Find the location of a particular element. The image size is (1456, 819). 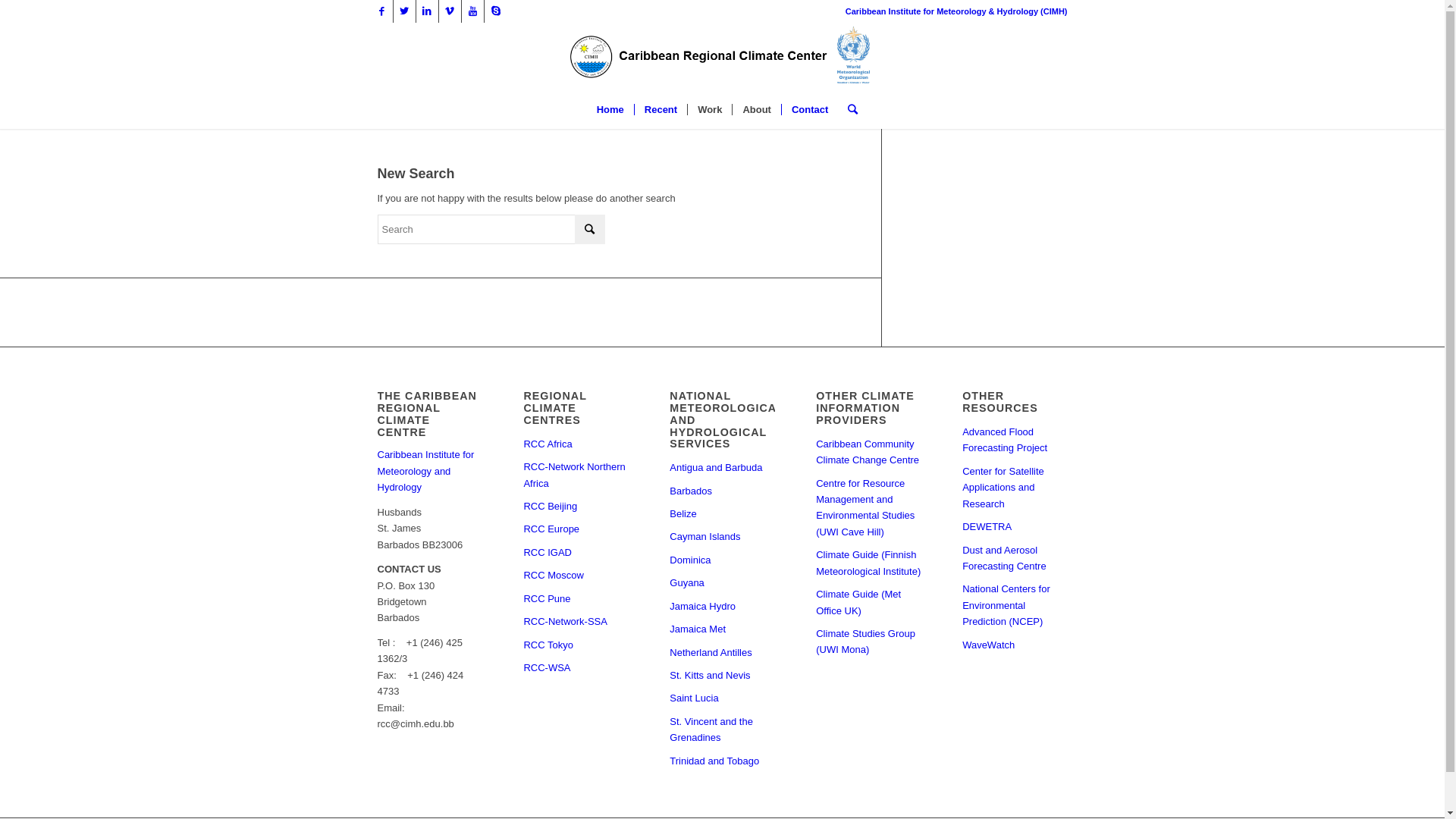

'National Centers for Environmental Prediction (NCEP)' is located at coordinates (961, 604).